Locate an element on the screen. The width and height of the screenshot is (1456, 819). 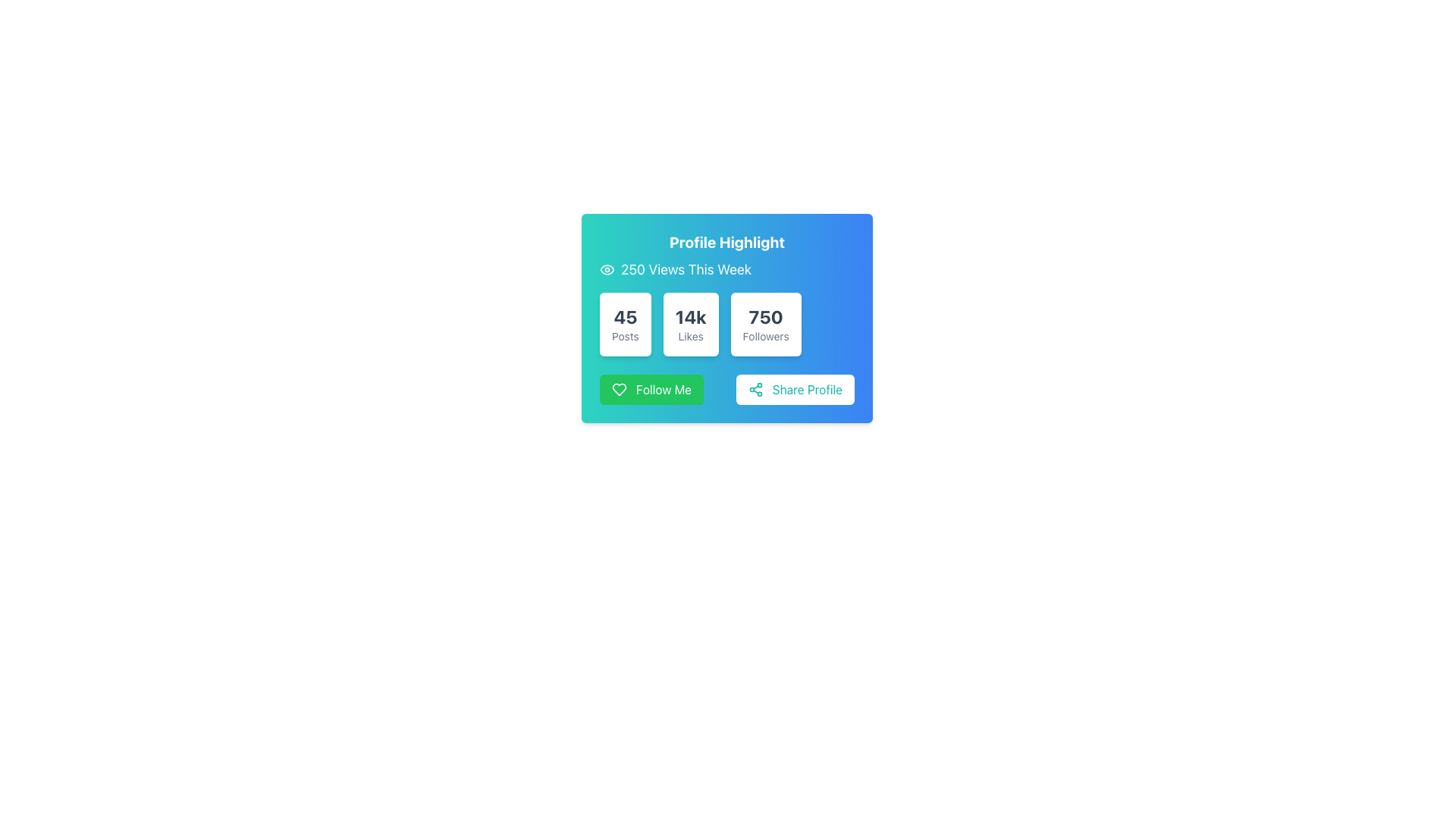
the 'Followers' label that provides context for the number '750' in the Profile Highlight section, located beneath the bold '750' text is located at coordinates (766, 335).